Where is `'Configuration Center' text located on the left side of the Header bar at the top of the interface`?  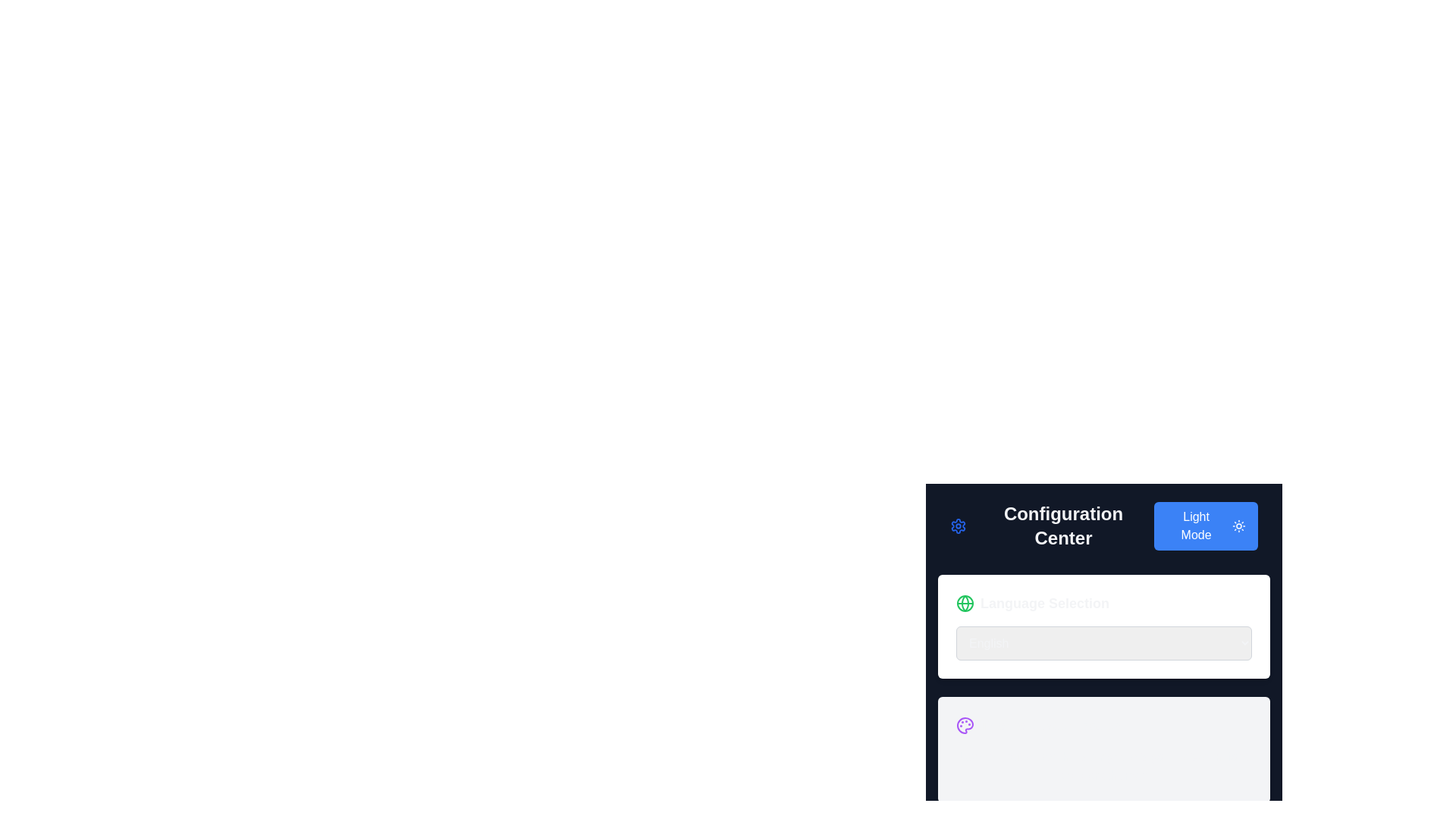 'Configuration Center' text located on the left side of the Header bar at the top of the interface is located at coordinates (1103, 526).